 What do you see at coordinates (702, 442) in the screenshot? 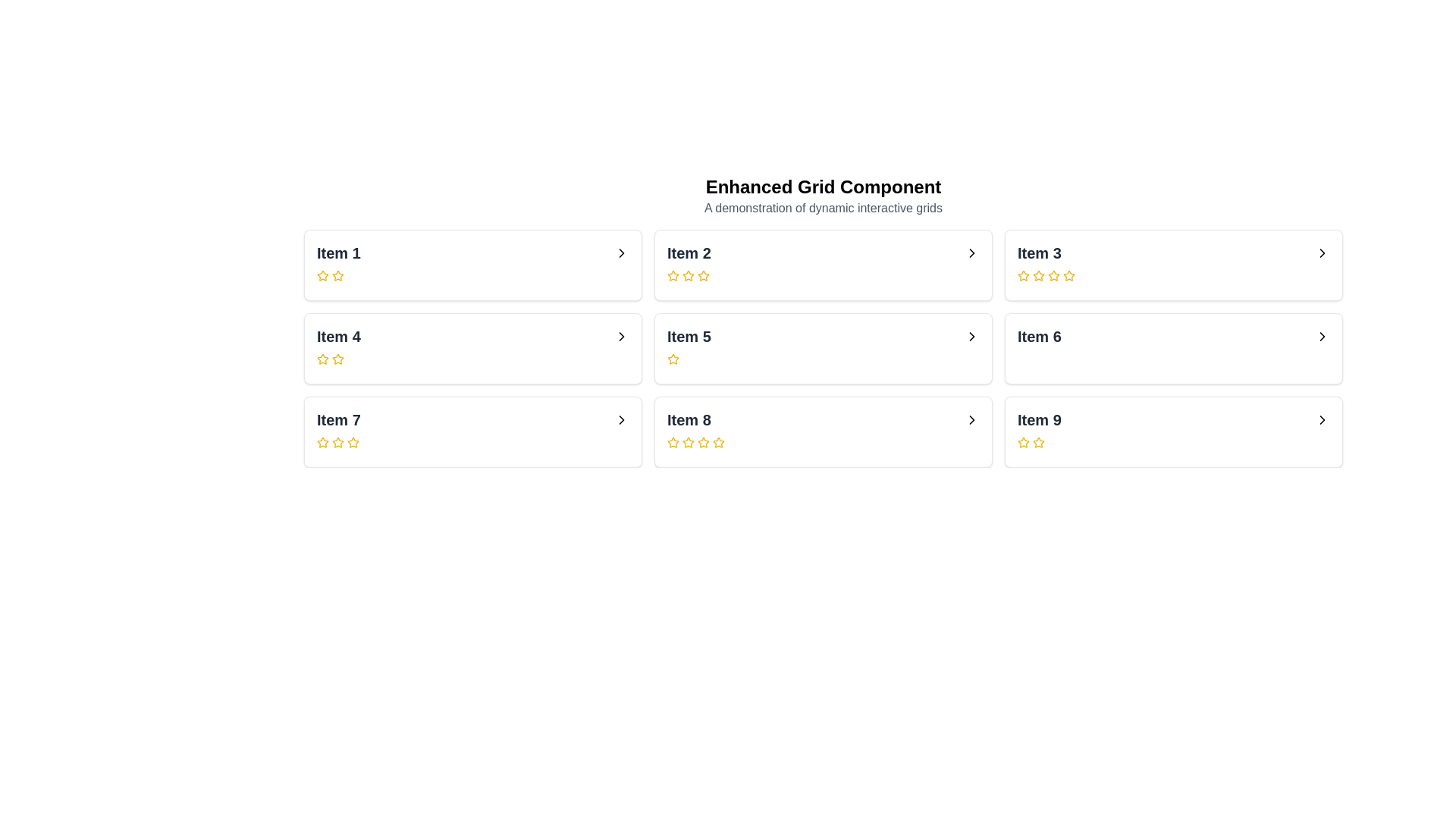
I see `the fourth star-shaped icon in the rating row below the 'Item 8' label to rate it` at bounding box center [702, 442].